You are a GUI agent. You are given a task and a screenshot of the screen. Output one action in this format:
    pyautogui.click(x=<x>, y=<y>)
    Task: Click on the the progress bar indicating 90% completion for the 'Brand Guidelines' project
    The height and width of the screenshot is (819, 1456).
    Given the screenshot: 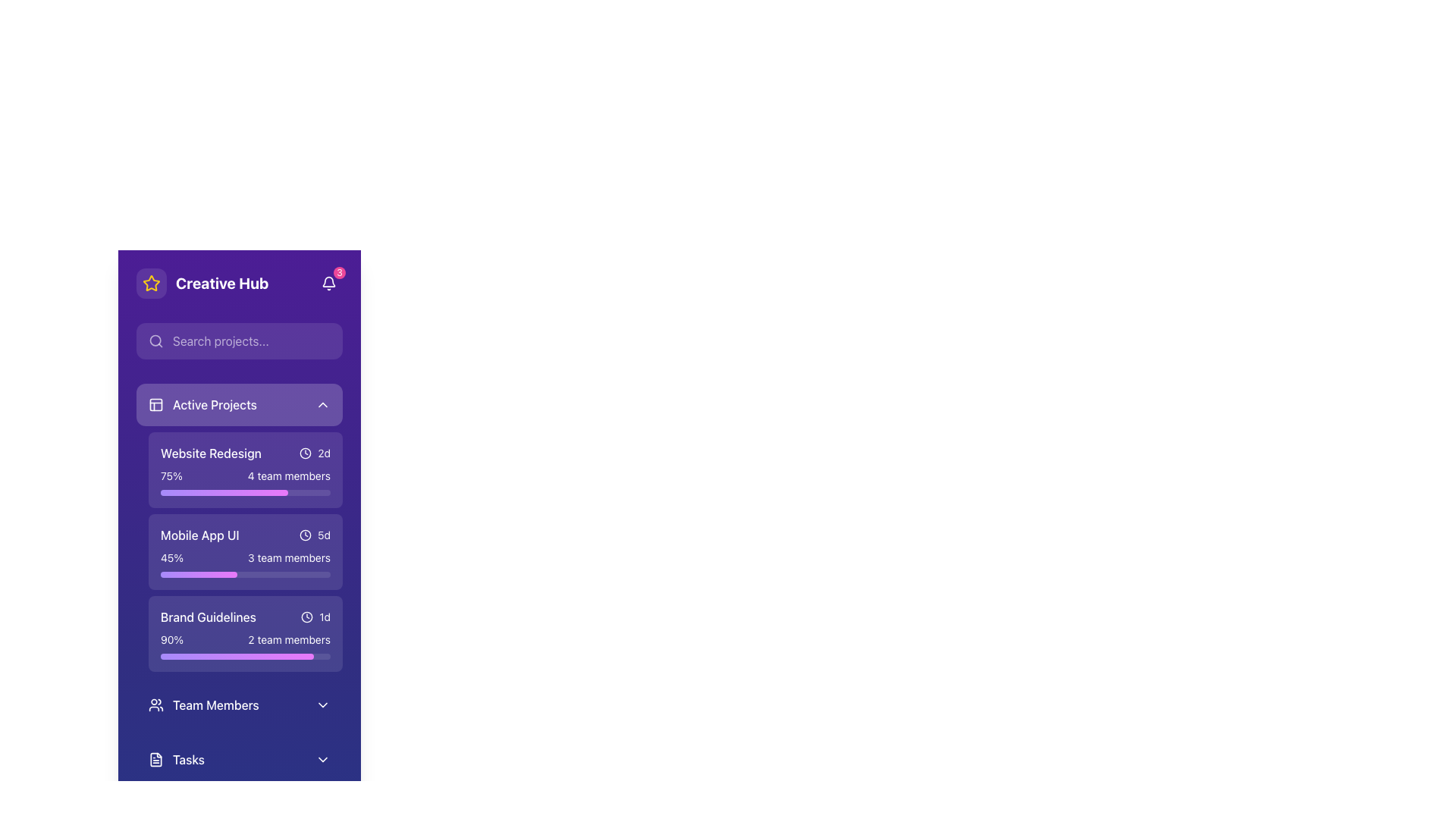 What is the action you would take?
    pyautogui.click(x=236, y=656)
    